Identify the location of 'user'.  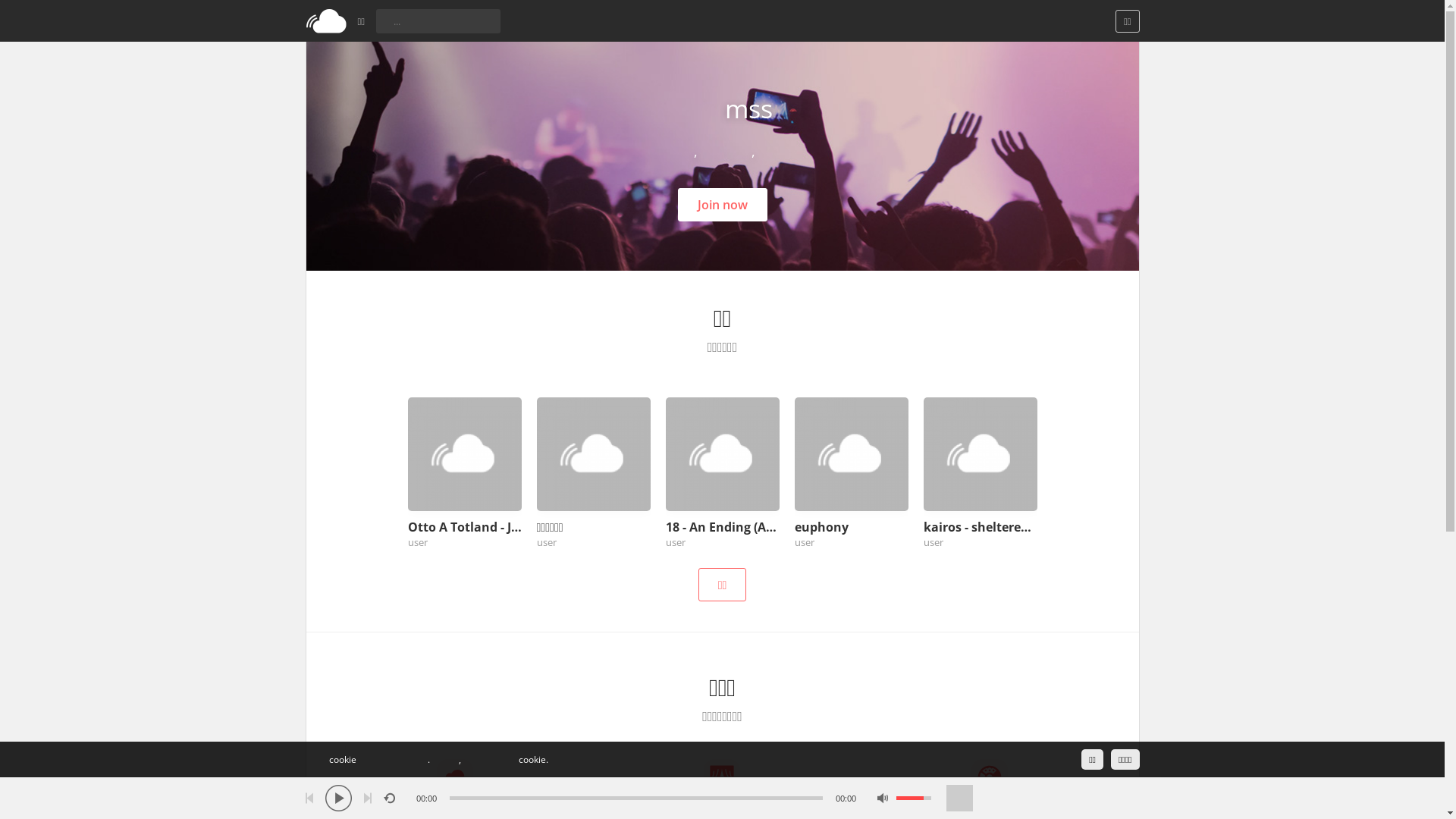
(932, 541).